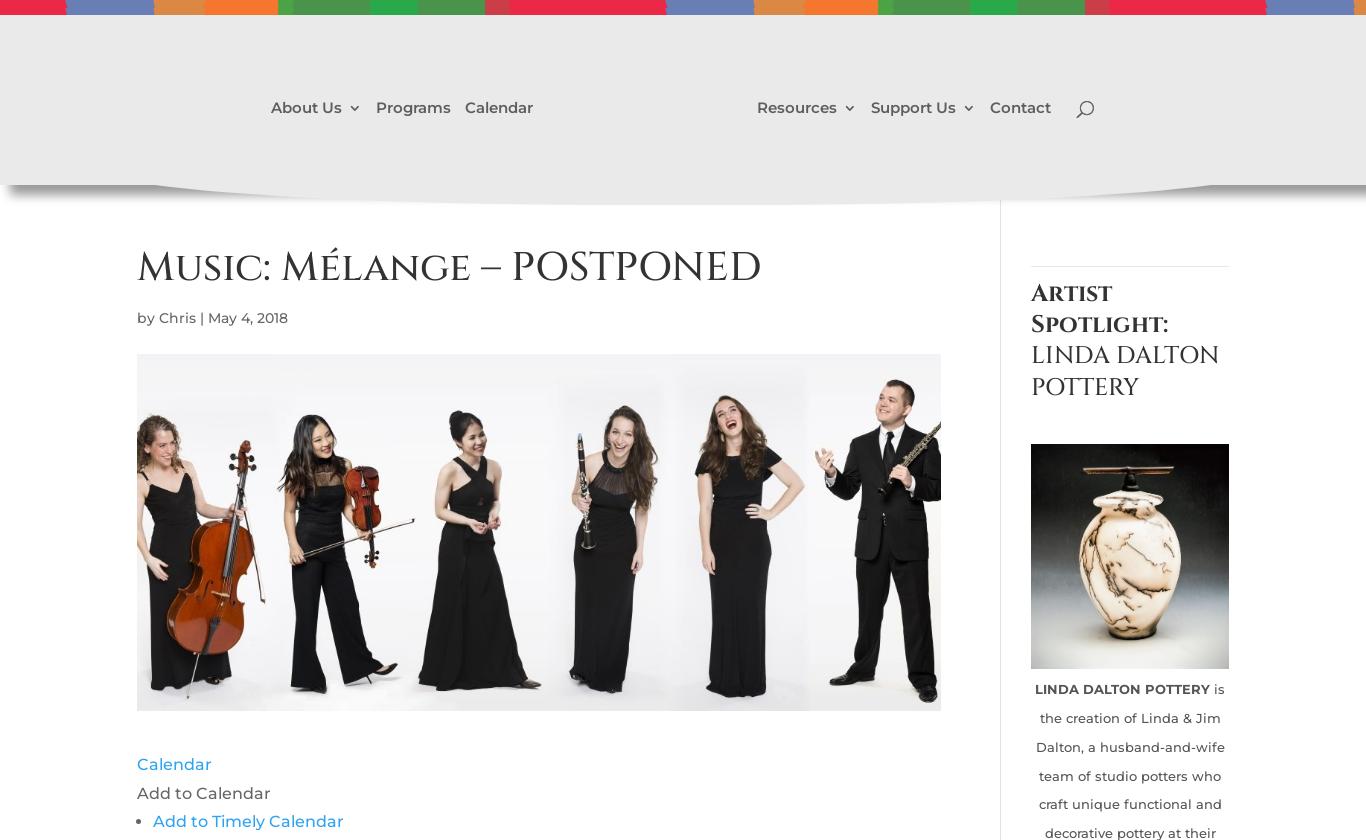 The width and height of the screenshot is (1366, 840). What do you see at coordinates (201, 792) in the screenshot?
I see `'Add to Calendar'` at bounding box center [201, 792].